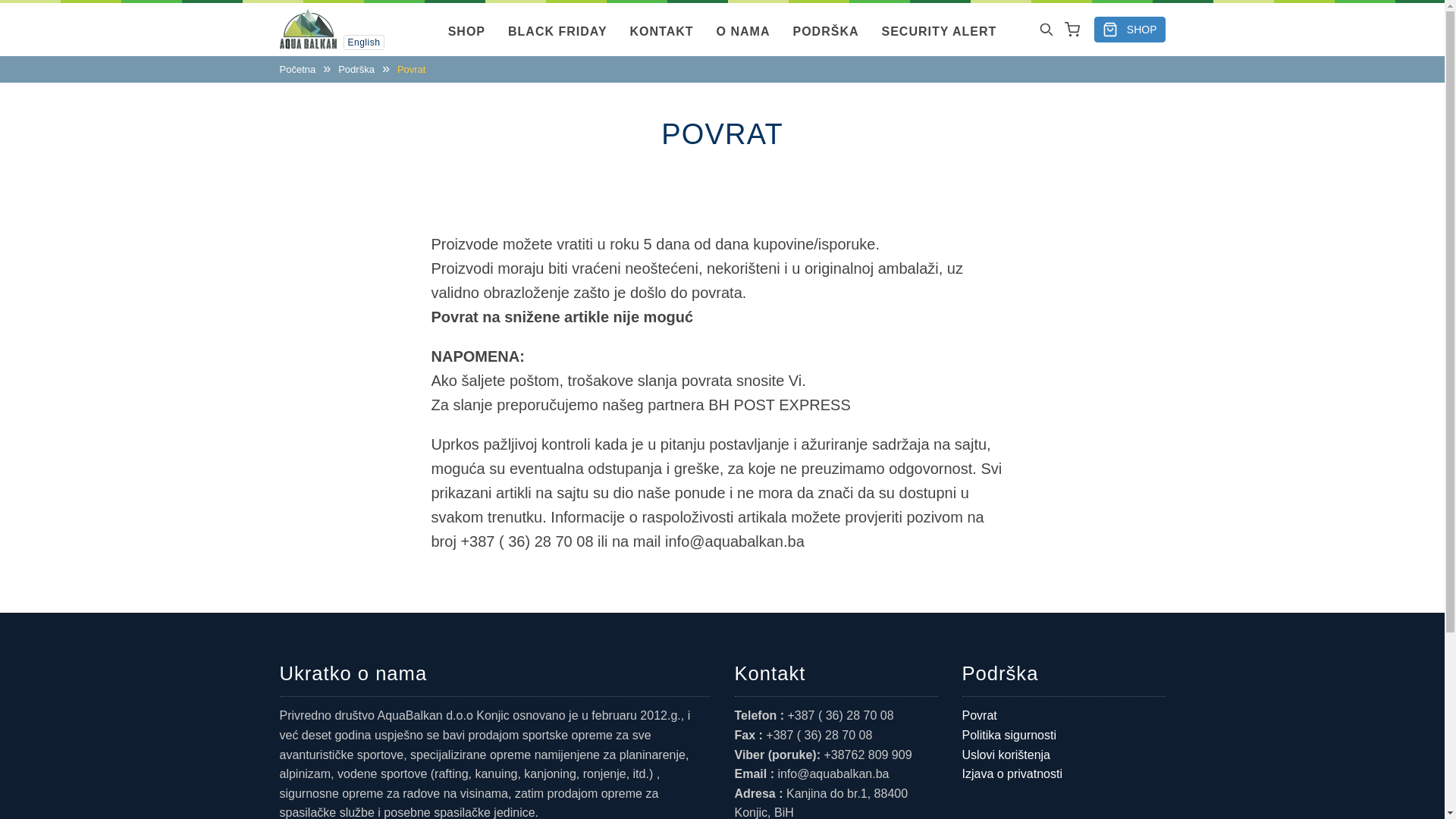 This screenshot has width=1456, height=819. What do you see at coordinates (1129, 29) in the screenshot?
I see `'SHOP'` at bounding box center [1129, 29].